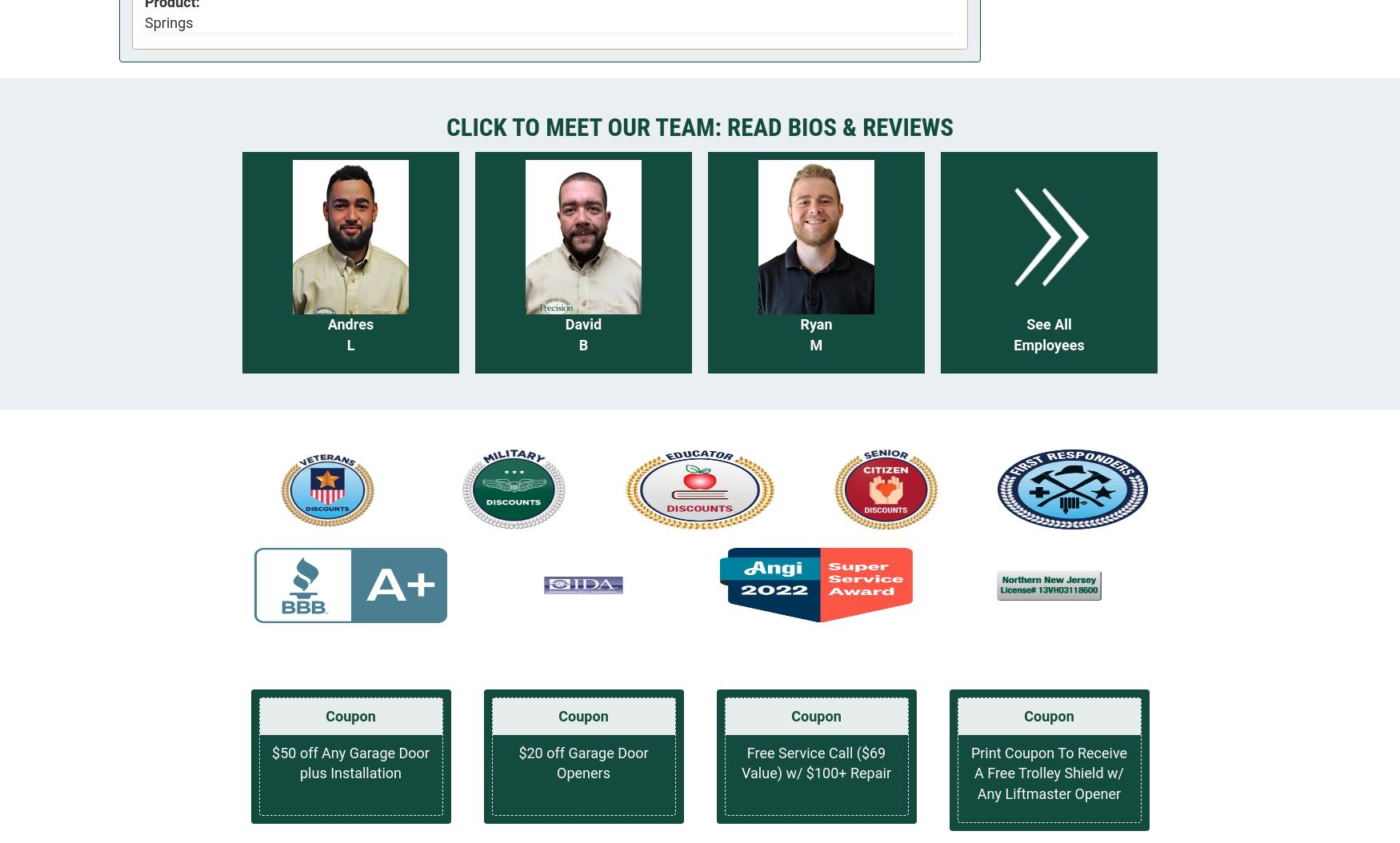  I want to click on 'CLICK TO MEET OUR TEAM: READ BIOS & REVIEWS', so click(699, 126).